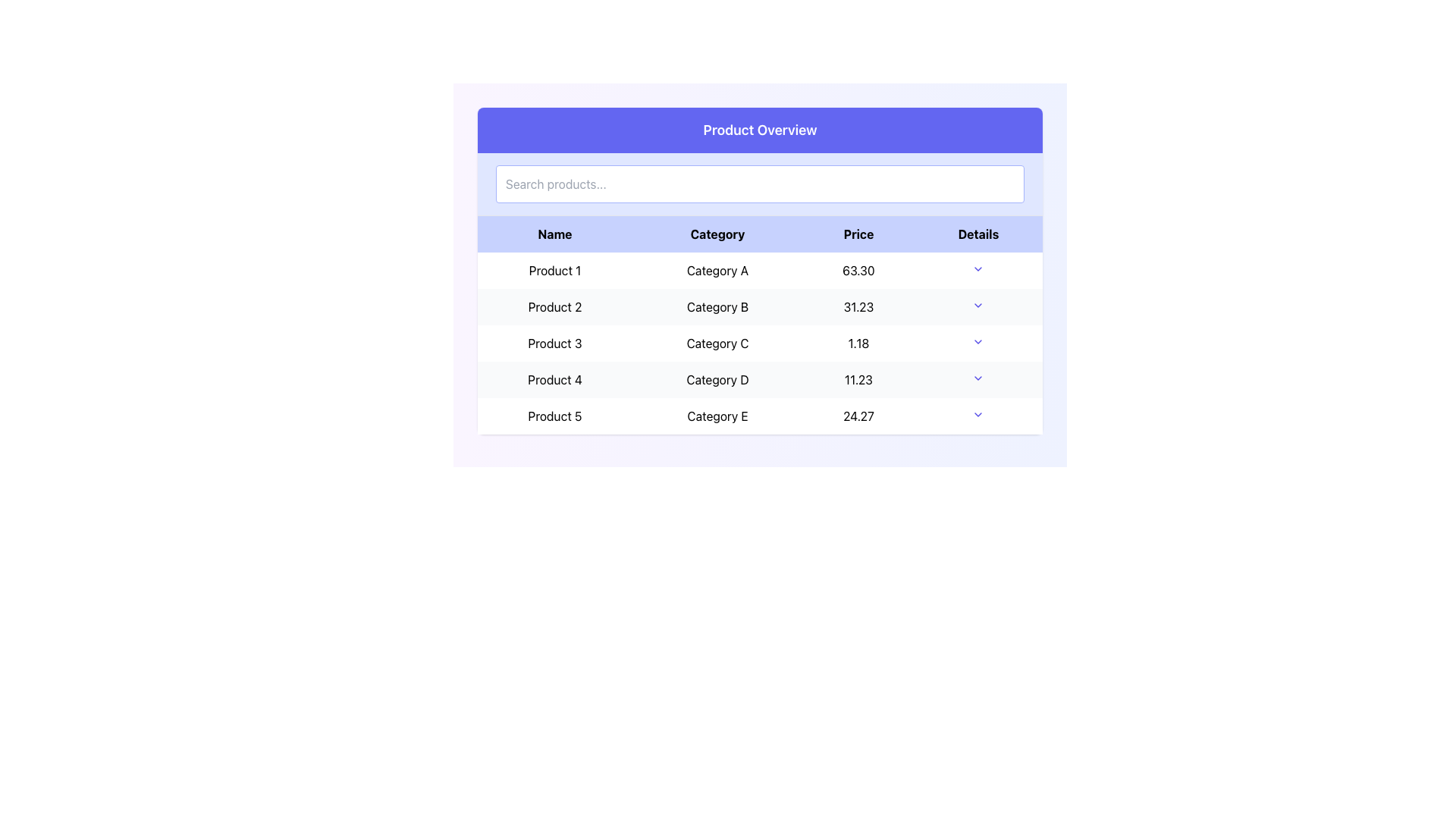 This screenshot has height=819, width=1456. I want to click on the Static text label 'Details', which is styled as a table column header, located at the top-right corner of a tabular structure, so click(978, 234).